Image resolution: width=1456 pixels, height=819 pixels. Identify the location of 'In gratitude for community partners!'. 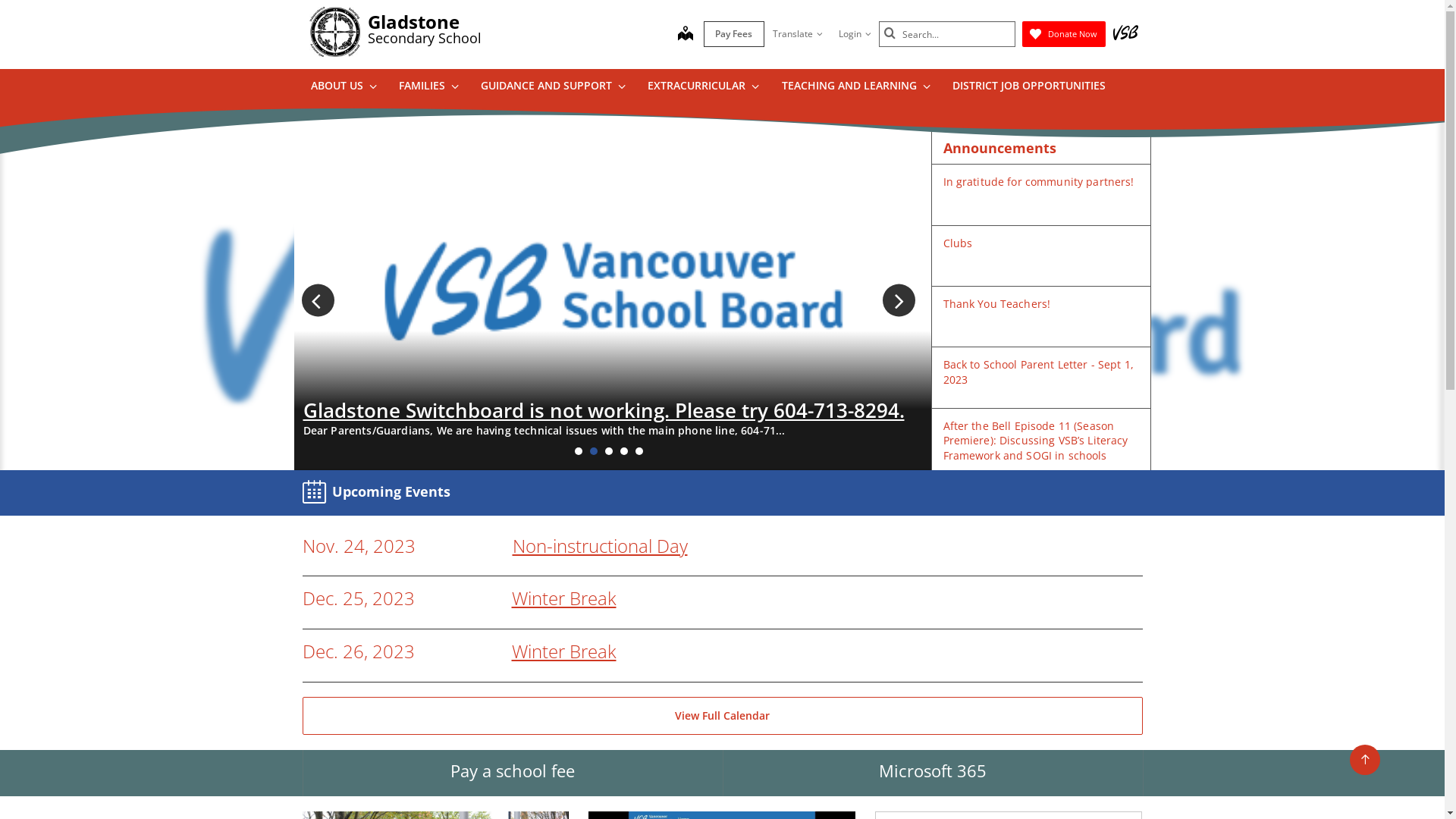
(1037, 180).